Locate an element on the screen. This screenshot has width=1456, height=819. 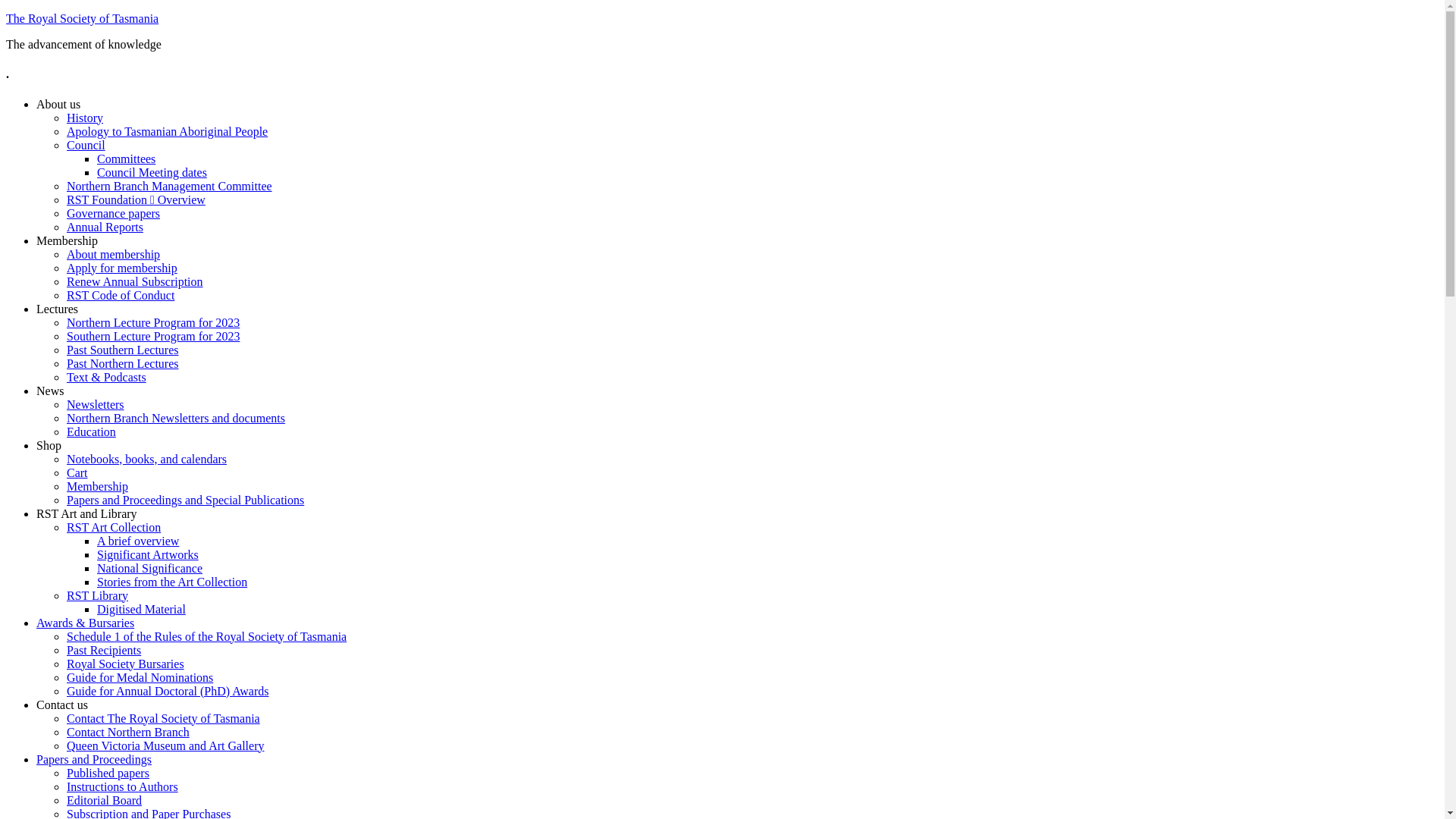
'Queen Victoria Museum and Art Gallery' is located at coordinates (165, 745).